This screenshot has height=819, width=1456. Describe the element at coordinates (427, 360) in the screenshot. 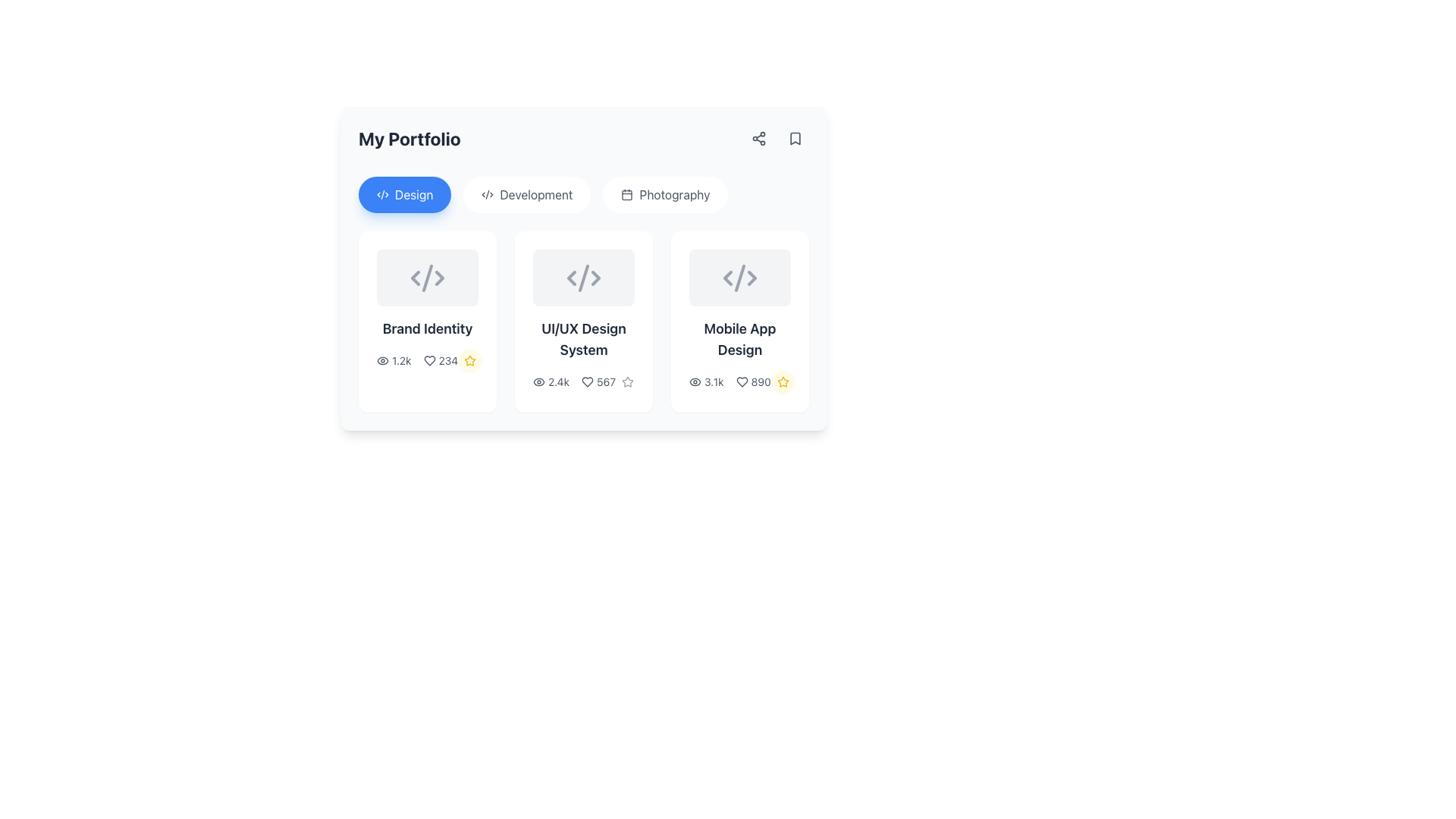

I see `the interactive icons representing views, likes, and favorites in the lower section of the first card titled 'Brand Identity' in the 'Design' category` at that location.